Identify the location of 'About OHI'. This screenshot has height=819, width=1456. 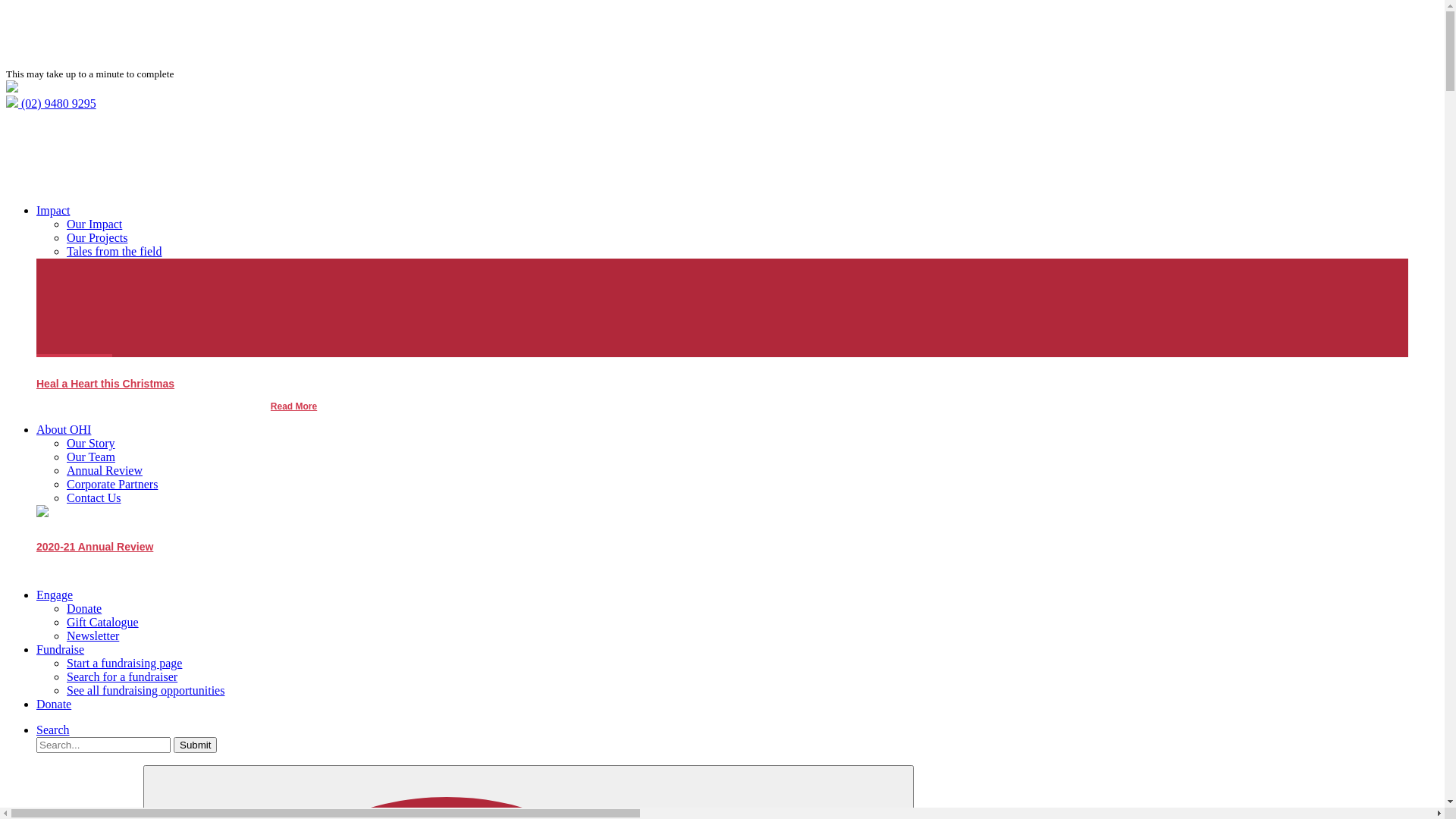
(62, 429).